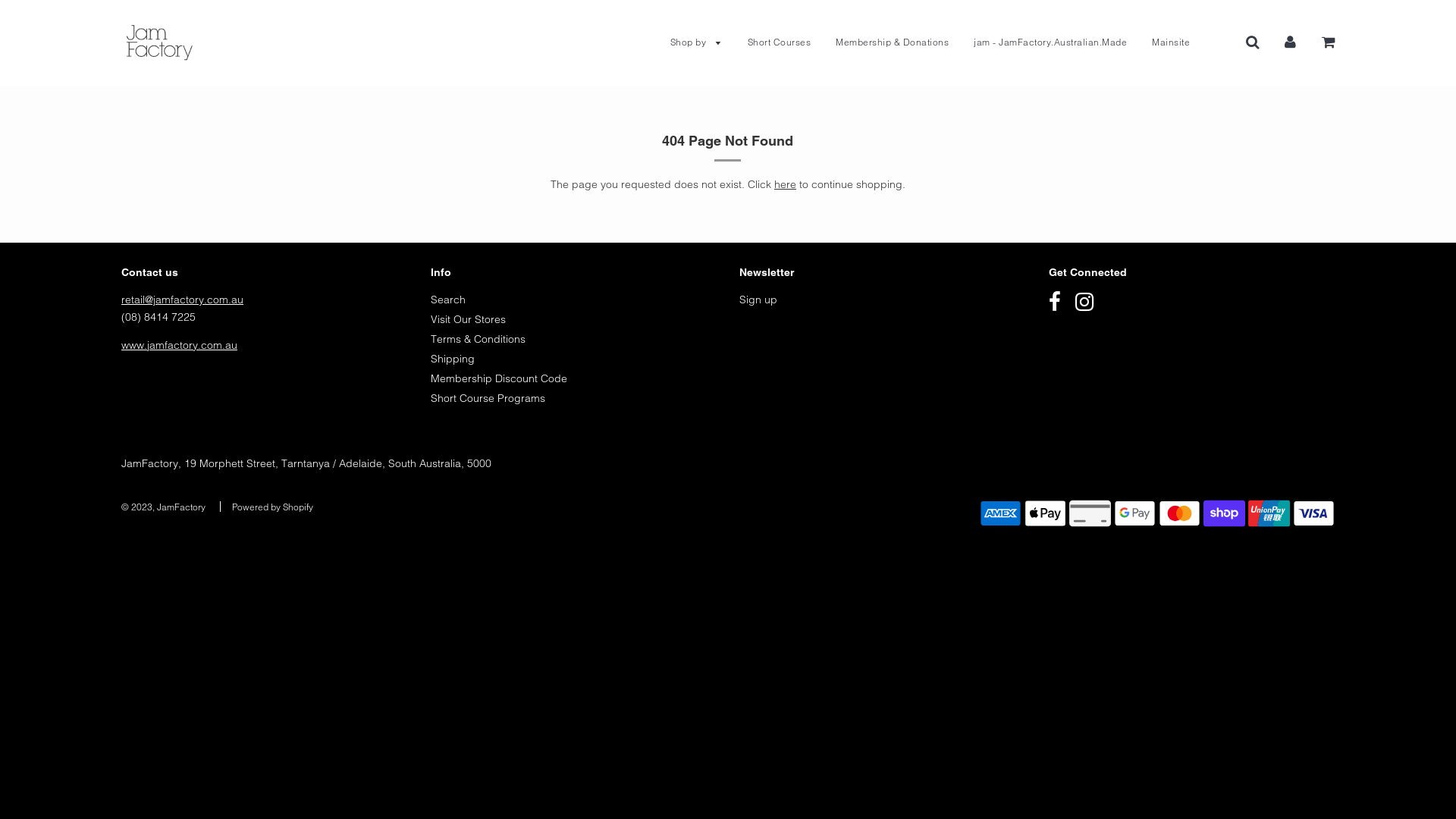  What do you see at coordinates (892, 42) in the screenshot?
I see `'Membership & Donations'` at bounding box center [892, 42].